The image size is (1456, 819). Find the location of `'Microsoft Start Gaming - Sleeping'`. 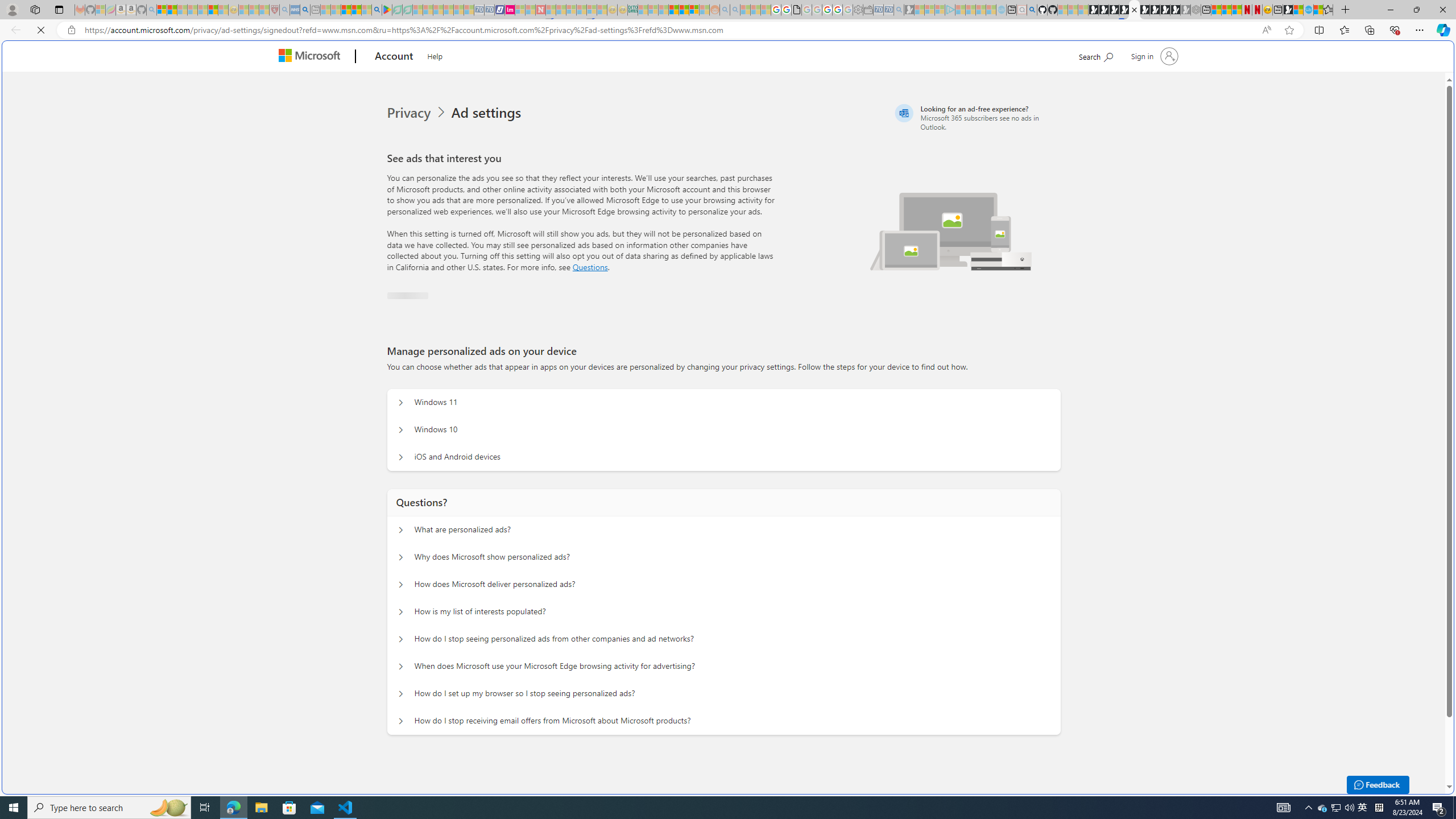

'Microsoft Start Gaming - Sleeping' is located at coordinates (908, 9).